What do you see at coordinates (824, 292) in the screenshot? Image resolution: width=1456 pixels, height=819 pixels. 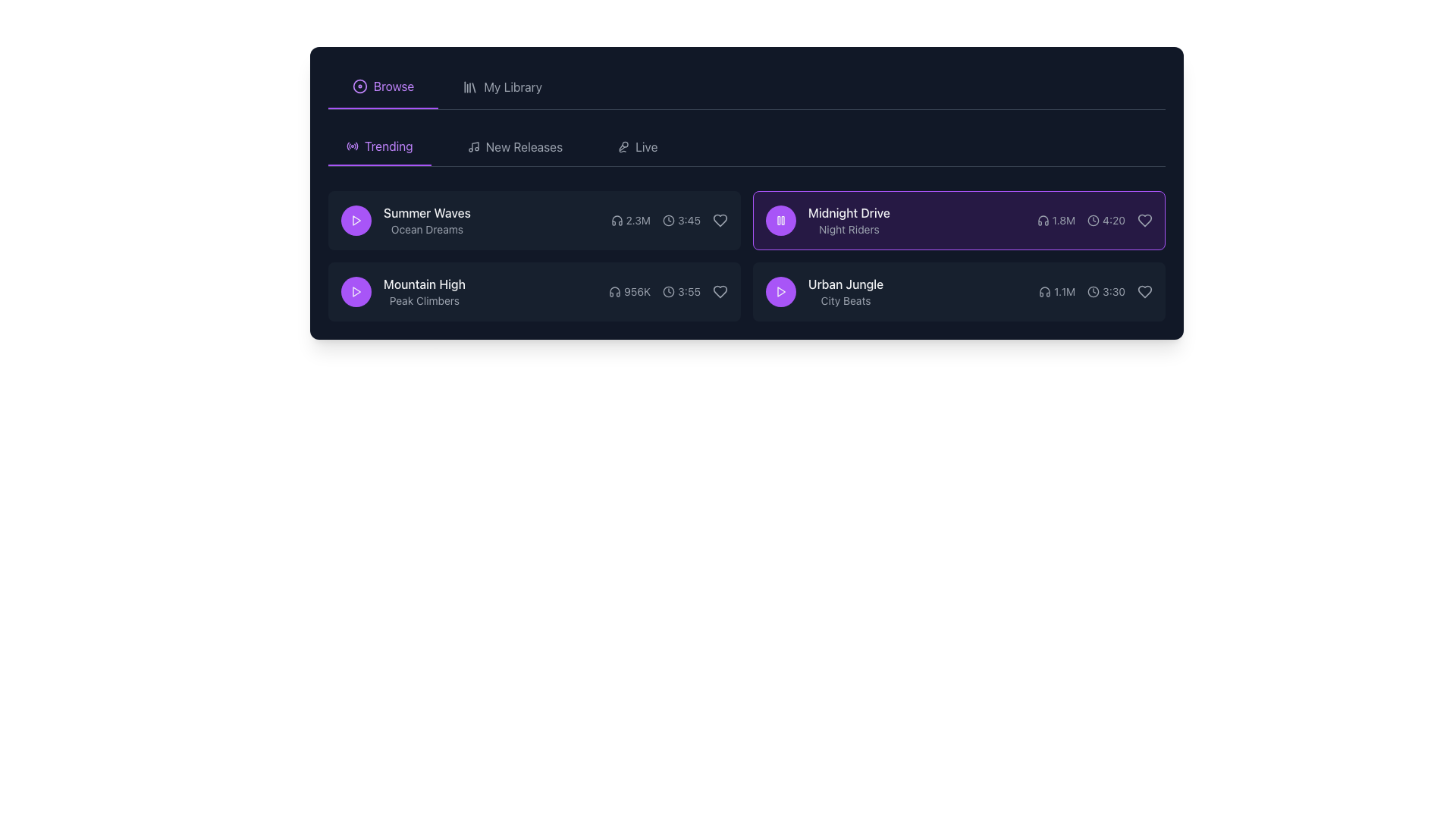 I see `the 'Urban Jungle' text label` at bounding box center [824, 292].